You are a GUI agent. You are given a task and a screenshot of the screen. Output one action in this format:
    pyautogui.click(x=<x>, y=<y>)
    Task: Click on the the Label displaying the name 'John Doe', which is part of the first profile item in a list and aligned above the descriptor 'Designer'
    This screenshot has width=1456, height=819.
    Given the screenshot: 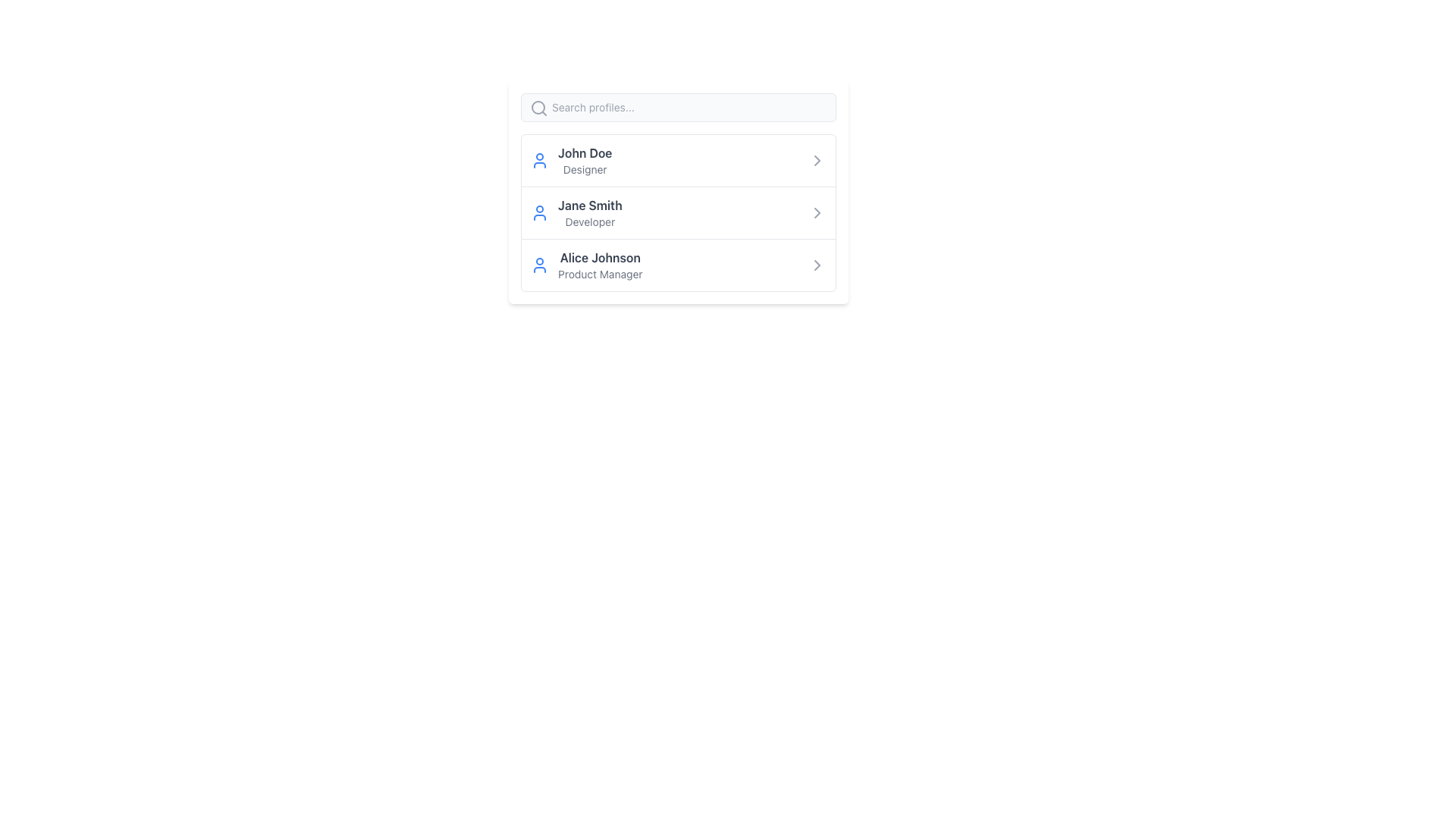 What is the action you would take?
    pyautogui.click(x=584, y=152)
    